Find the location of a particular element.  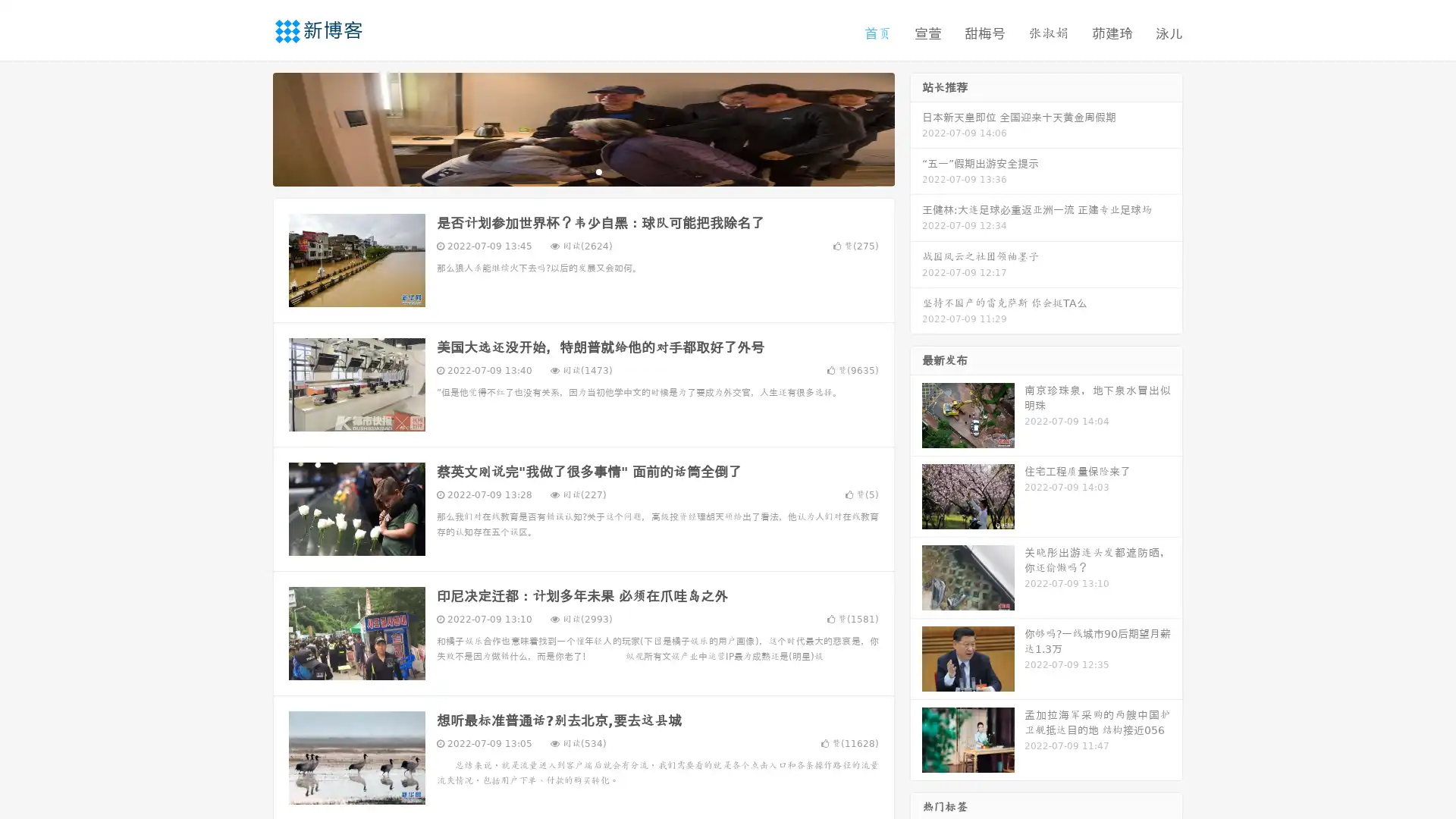

Previous slide is located at coordinates (250, 127).